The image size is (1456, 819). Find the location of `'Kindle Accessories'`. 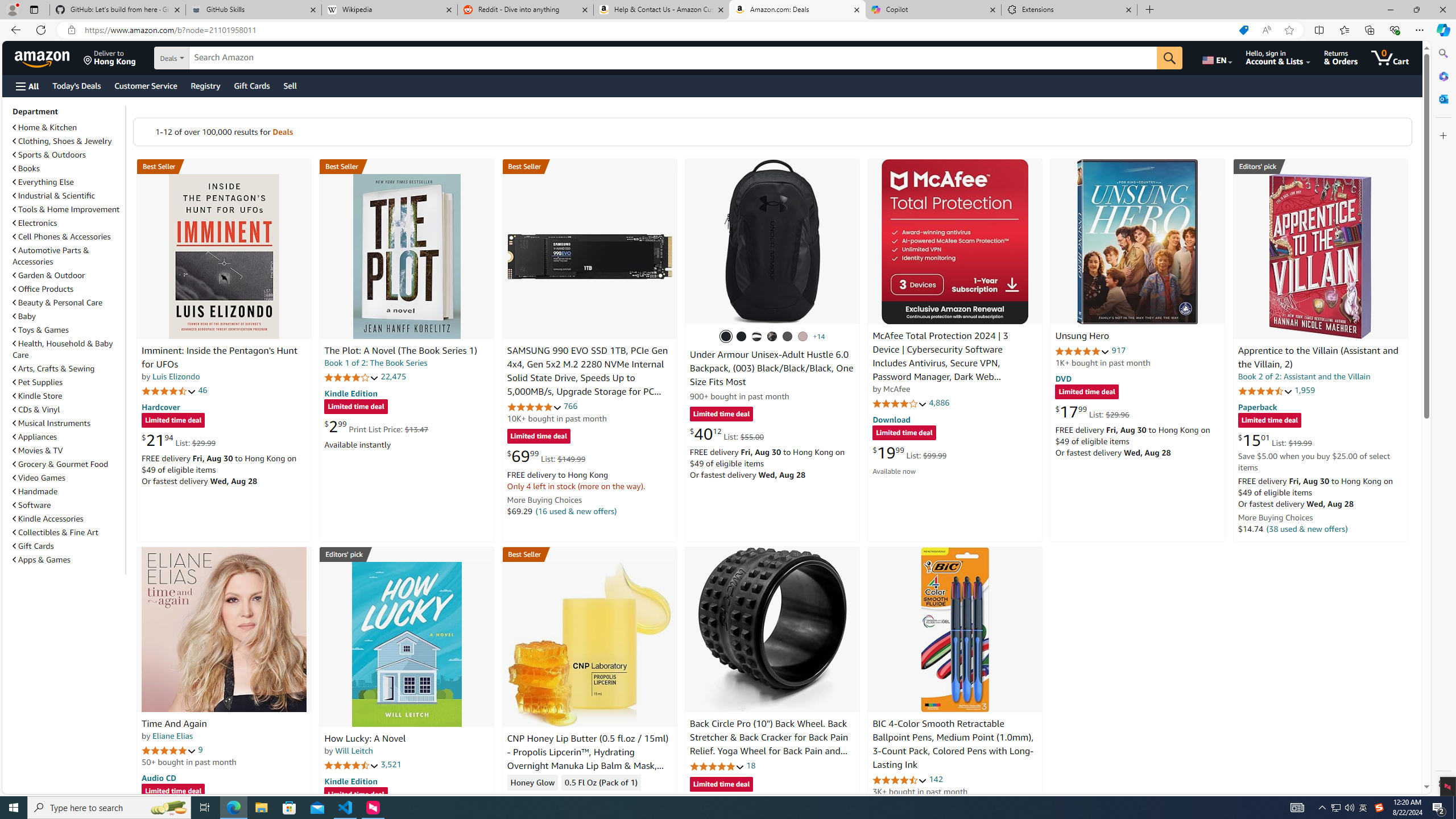

'Kindle Accessories' is located at coordinates (67, 518).